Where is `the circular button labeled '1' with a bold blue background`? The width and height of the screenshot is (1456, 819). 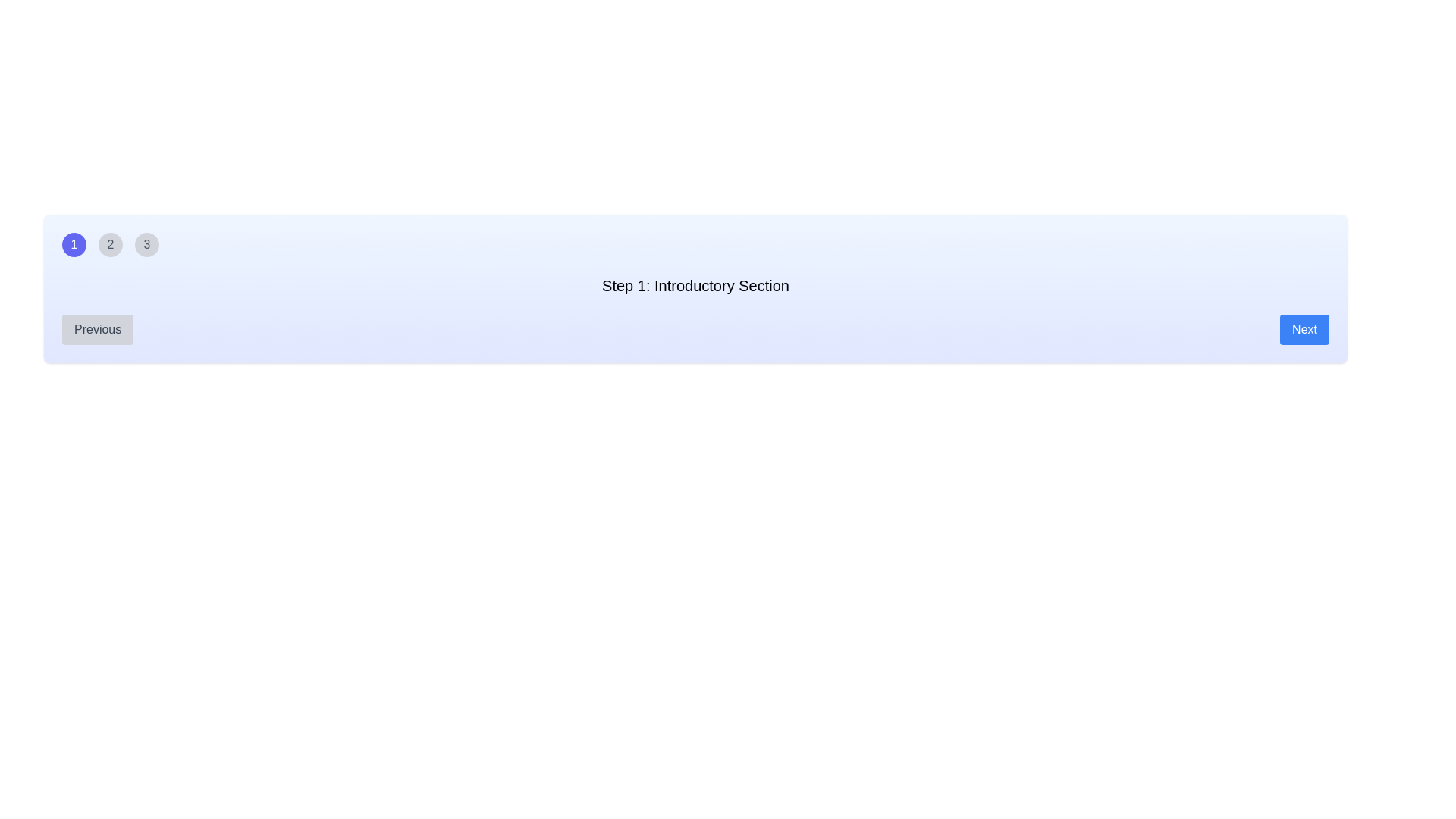 the circular button labeled '1' with a bold blue background is located at coordinates (73, 244).